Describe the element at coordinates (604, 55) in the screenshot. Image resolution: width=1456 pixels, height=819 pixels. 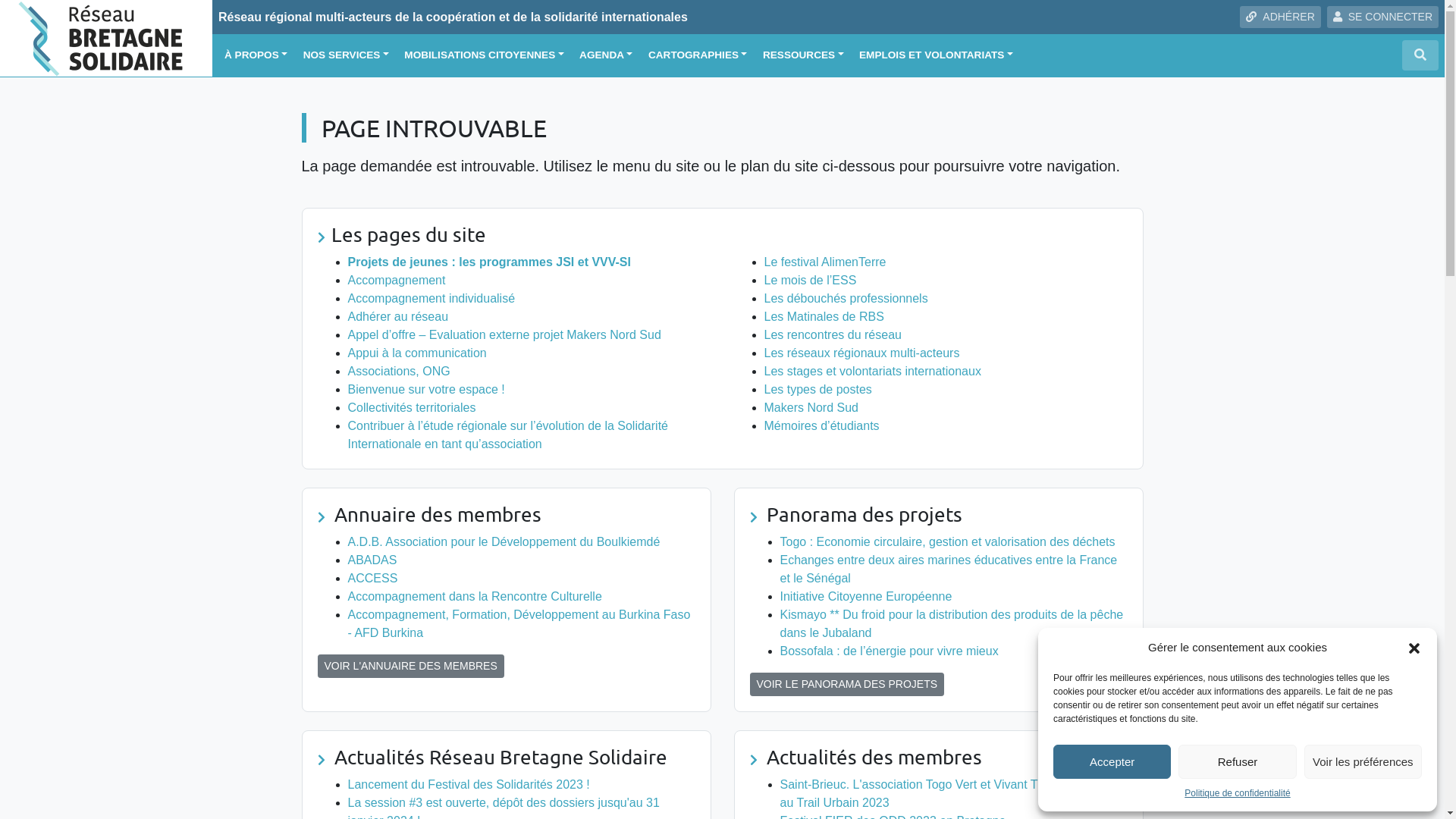
I see `'AGENDA'` at that location.